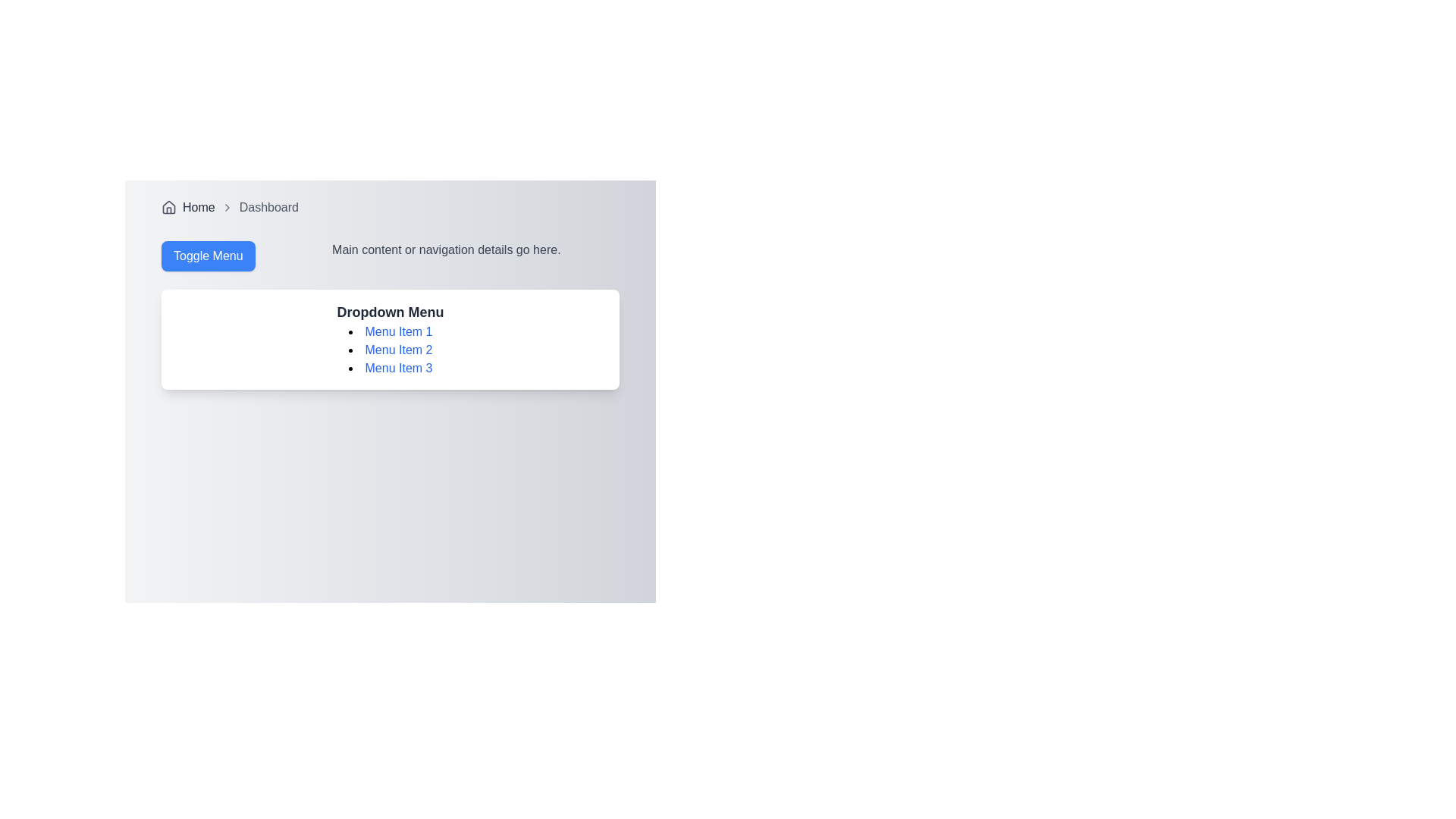 This screenshot has width=1456, height=819. What do you see at coordinates (399, 368) in the screenshot?
I see `the 'Menu Item 3' anchor link in the dropdown menu` at bounding box center [399, 368].